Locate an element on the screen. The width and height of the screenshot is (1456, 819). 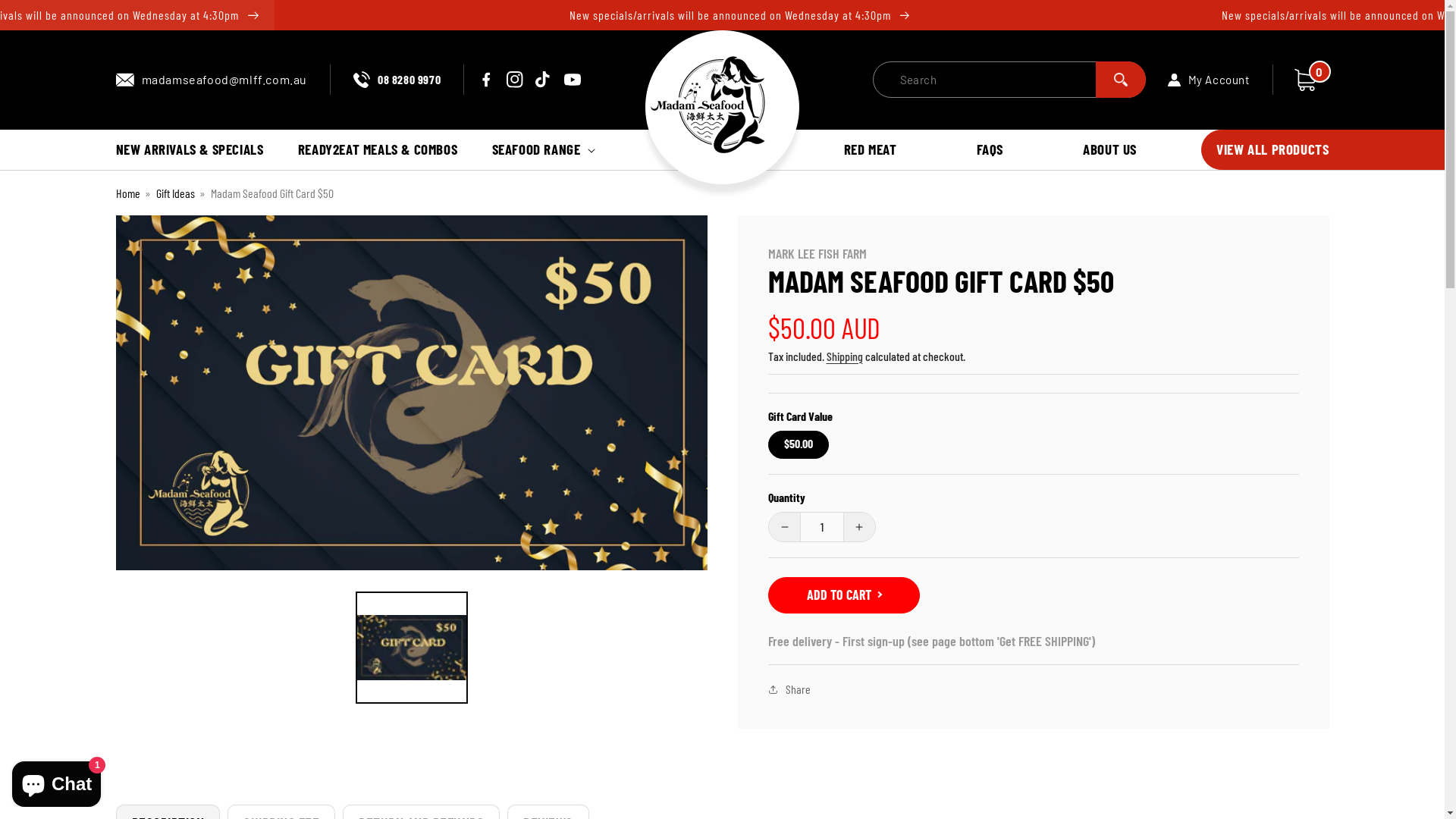
'Shipping' is located at coordinates (843, 356).